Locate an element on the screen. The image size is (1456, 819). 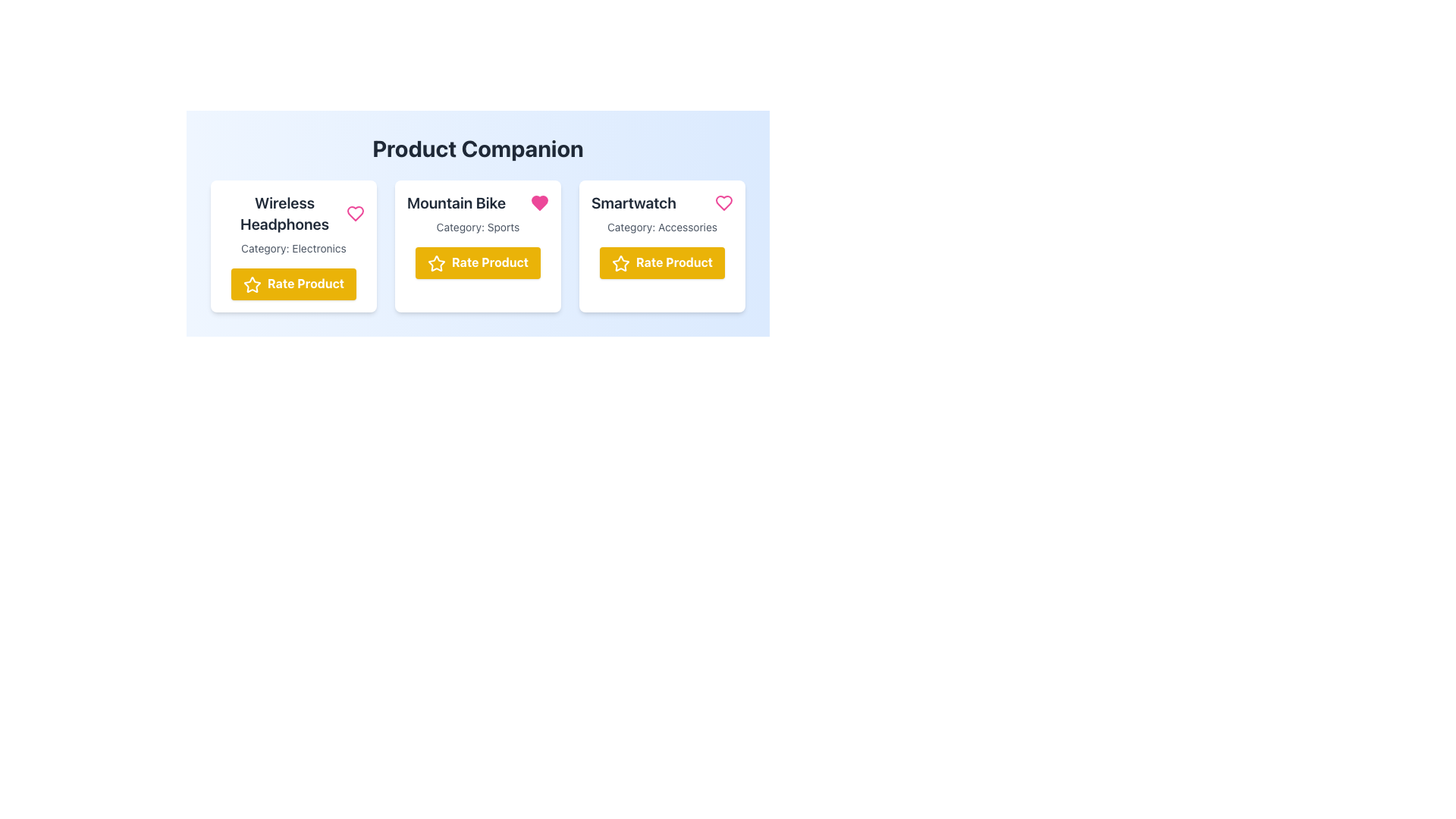
the button to rate the product 'Mountain Bike', which is located in the second column under the title 'Mountain Bike' is located at coordinates (477, 262).